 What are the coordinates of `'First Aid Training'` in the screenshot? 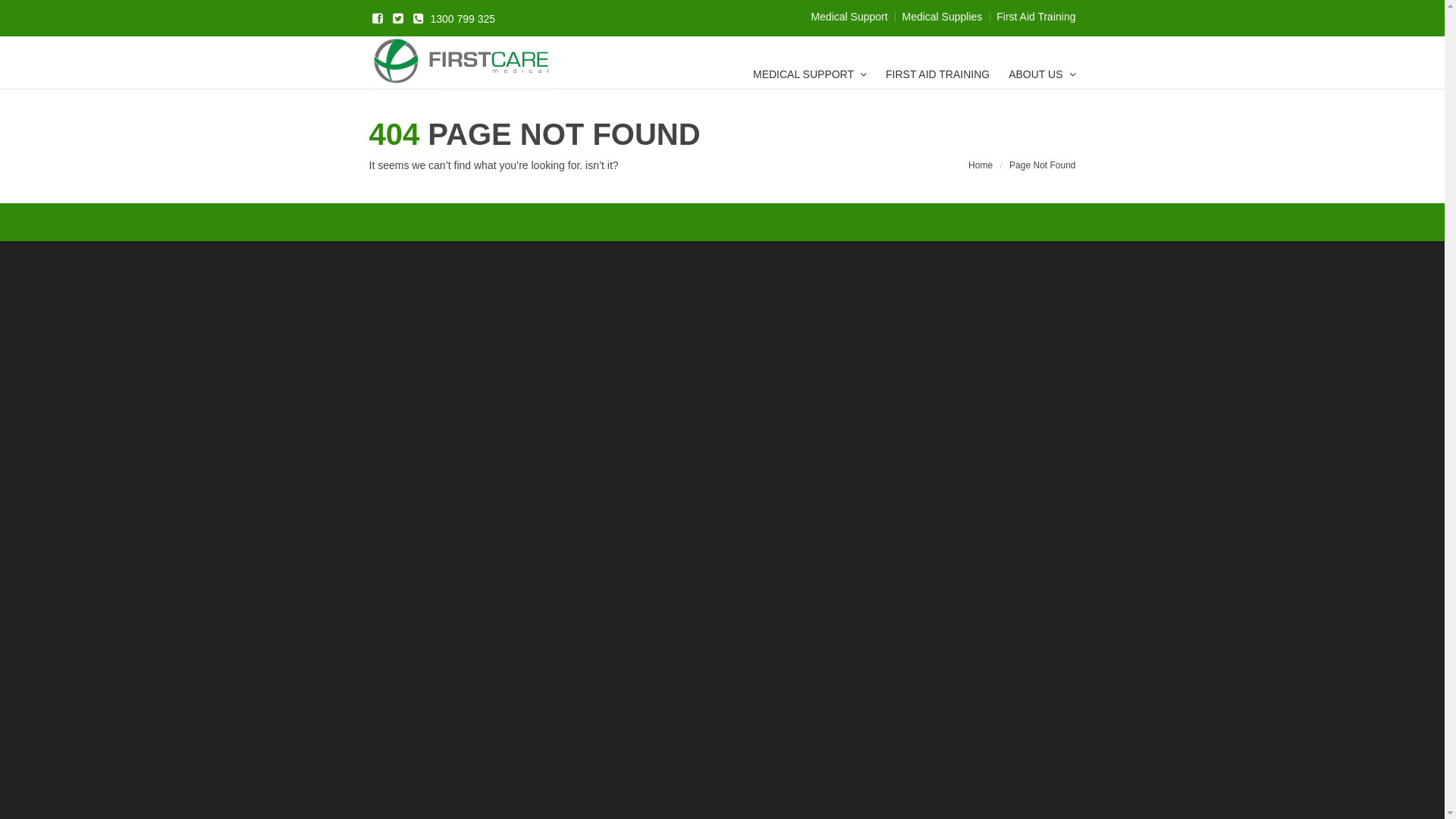 It's located at (996, 17).